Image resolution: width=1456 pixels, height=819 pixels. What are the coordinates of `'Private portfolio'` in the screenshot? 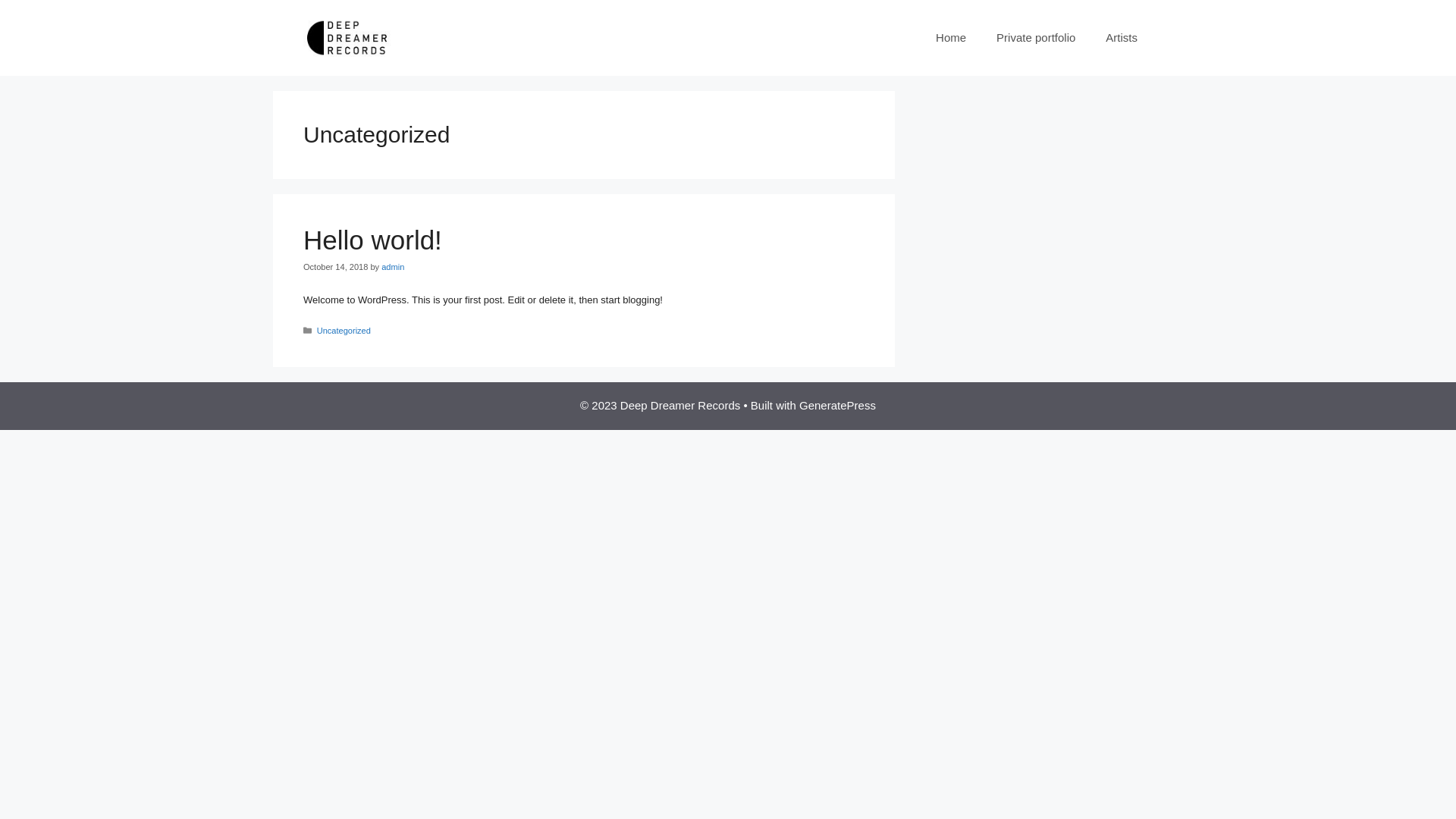 It's located at (1035, 37).